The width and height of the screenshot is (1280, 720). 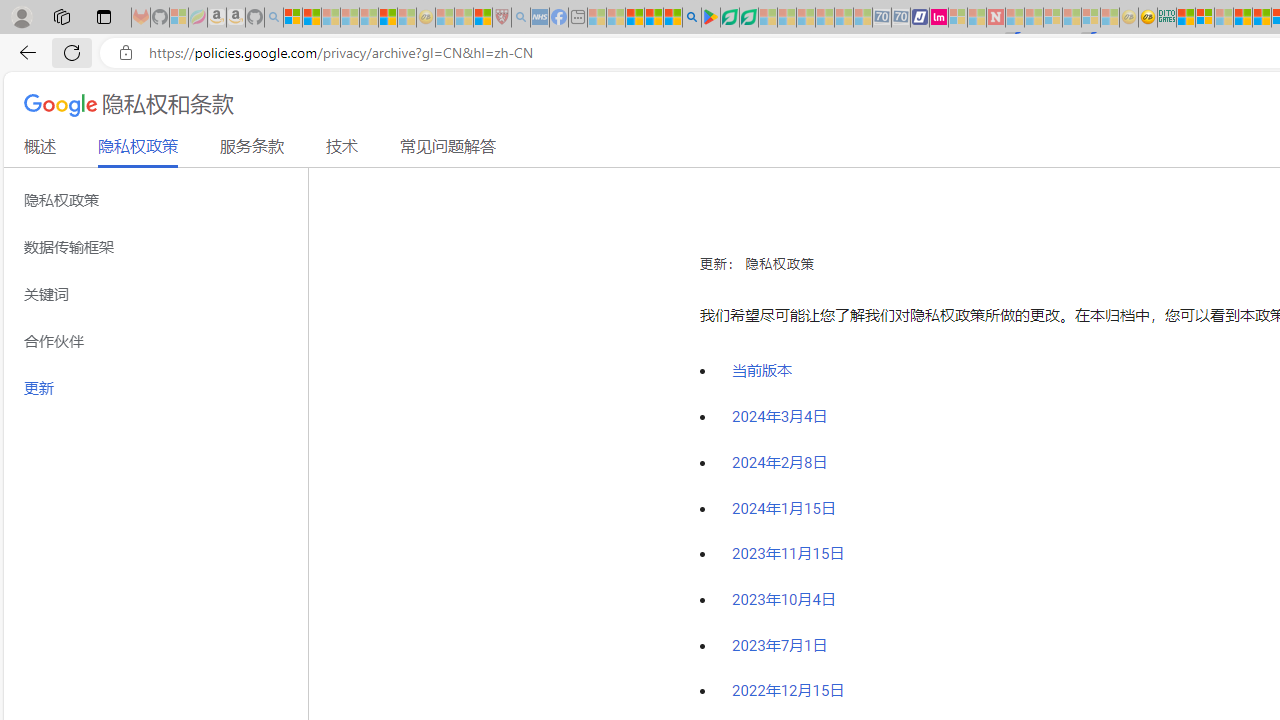 What do you see at coordinates (711, 17) in the screenshot?
I see `'Bluey: Let'` at bounding box center [711, 17].